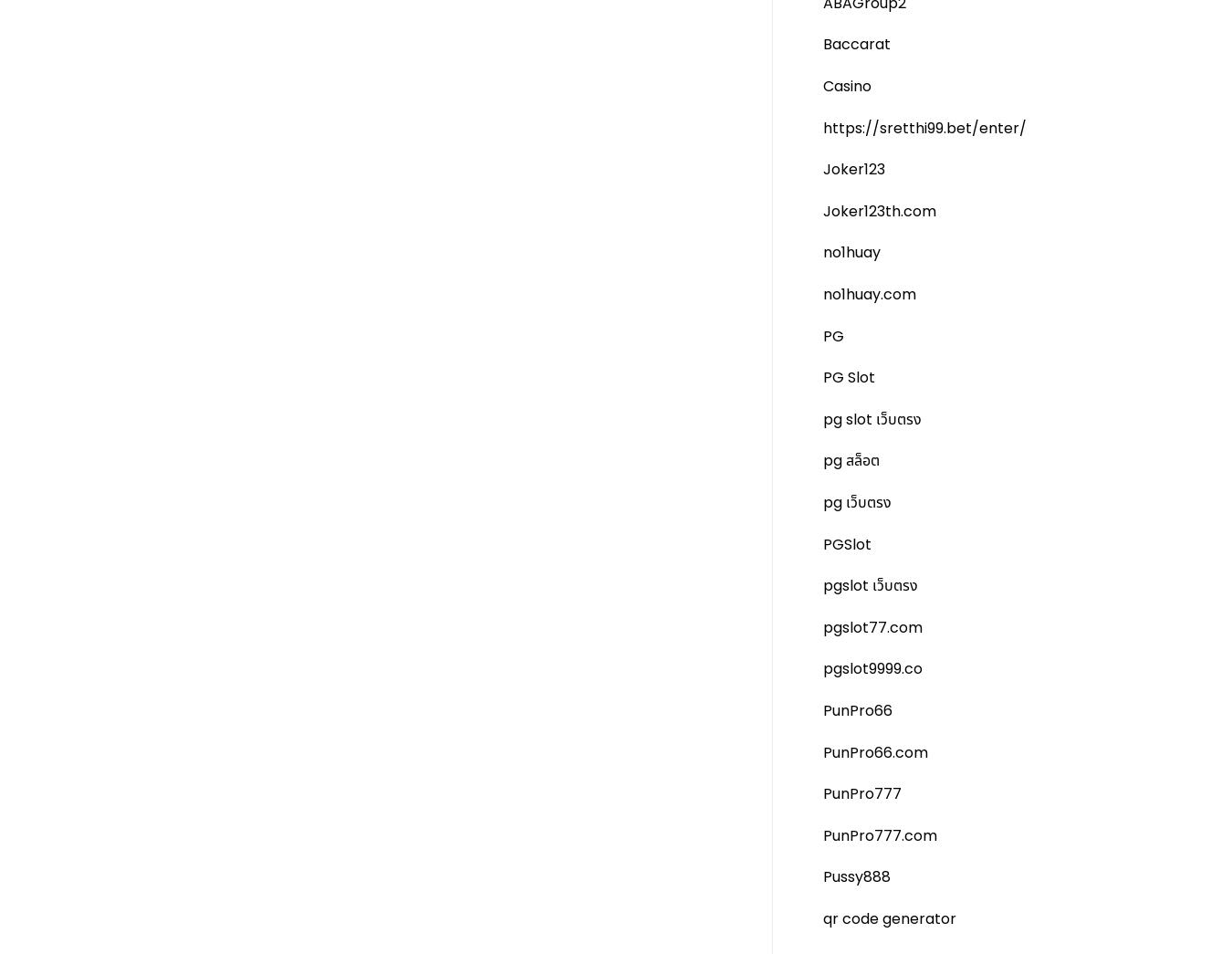 The height and width of the screenshot is (954, 1232). Describe the element at coordinates (846, 542) in the screenshot. I see `'PGSlot'` at that location.